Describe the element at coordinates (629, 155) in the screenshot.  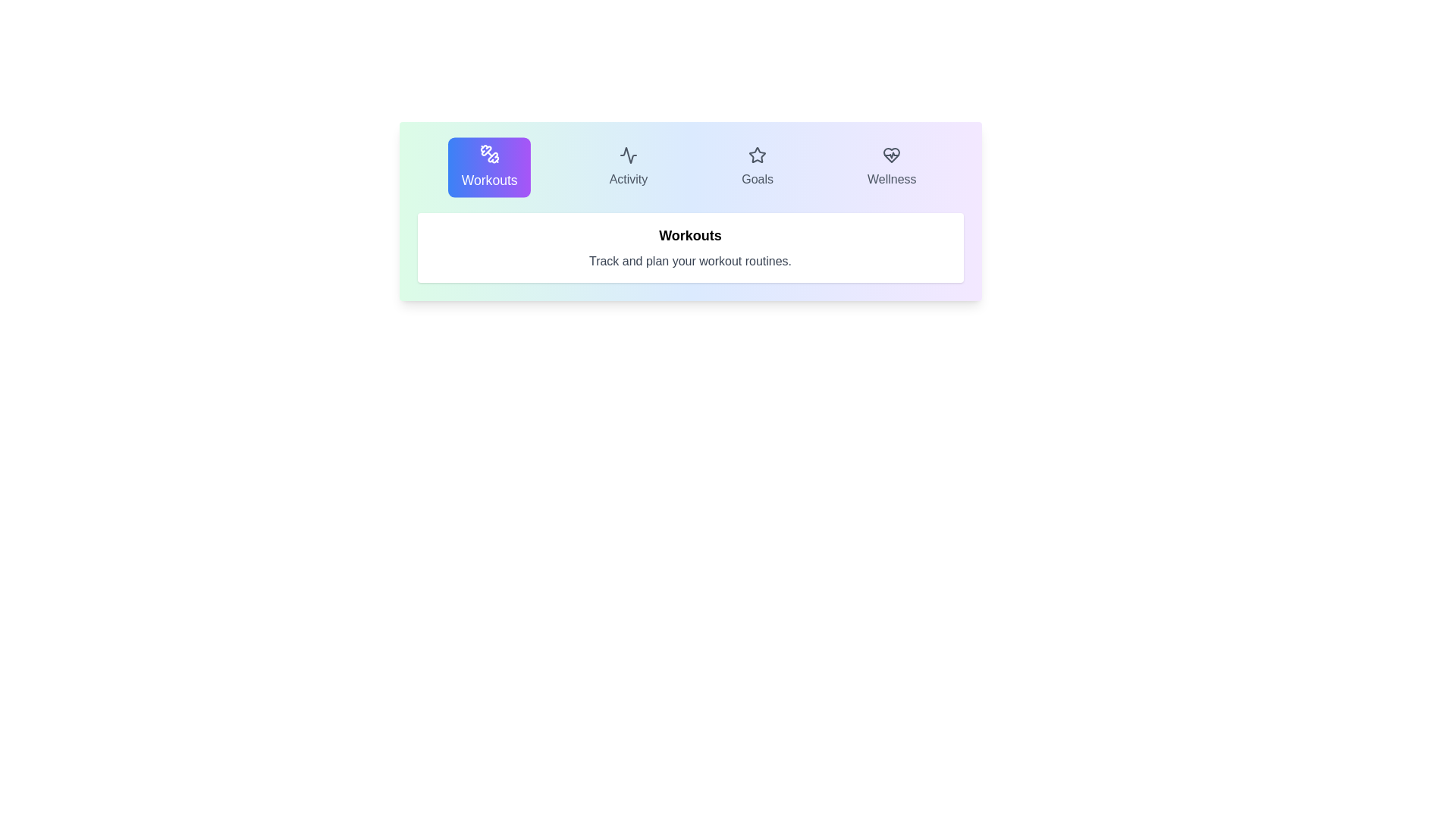
I see `the 'Activity' icon located at the top and central part of the button labeled 'Activity' in the horizontal navigation bar` at that location.